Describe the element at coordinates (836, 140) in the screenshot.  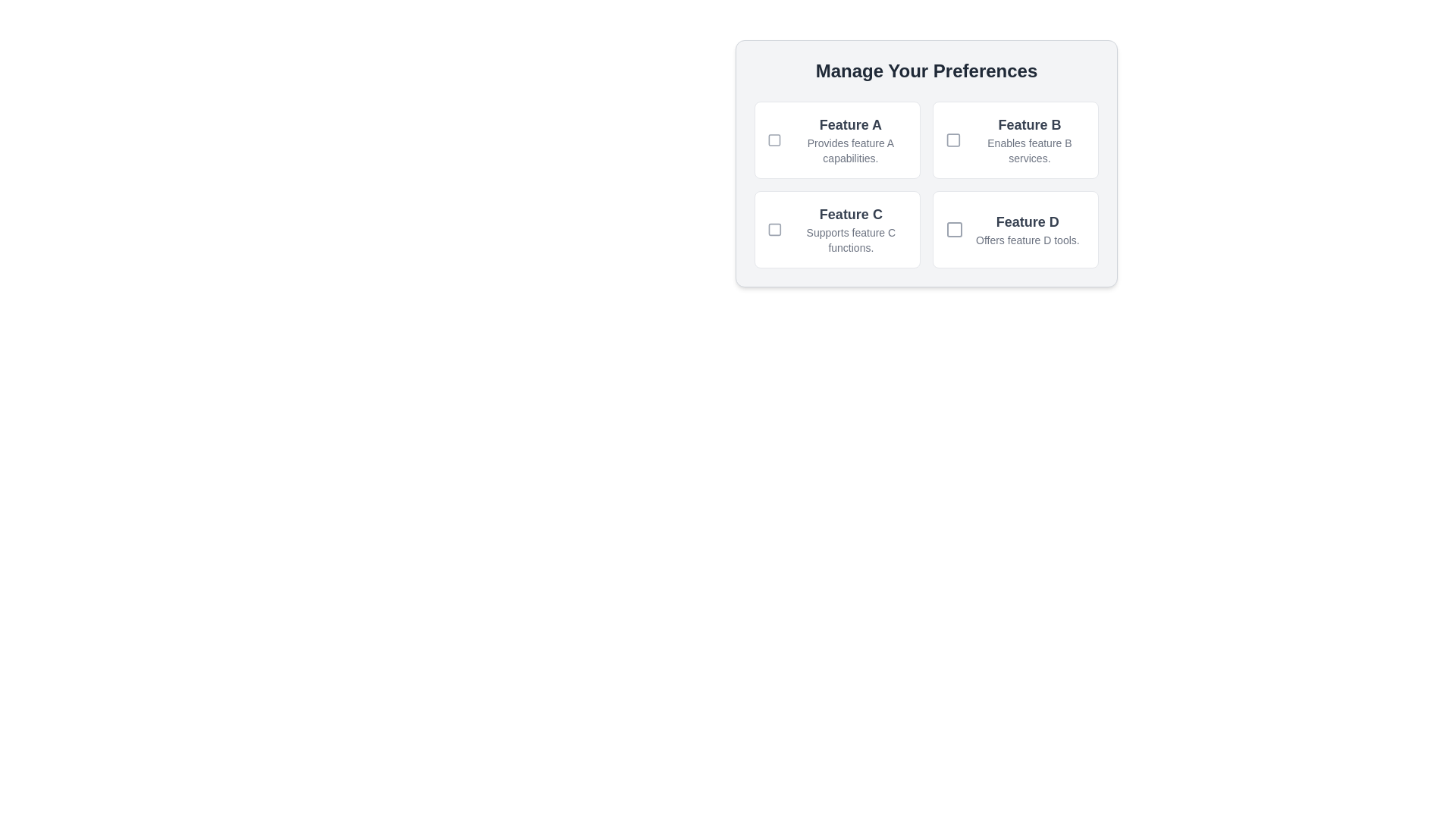
I see `the Checkbox with Label that has a bold title 'Feature A' and a subtitle 'Provides feature A capabilities.'` at that location.